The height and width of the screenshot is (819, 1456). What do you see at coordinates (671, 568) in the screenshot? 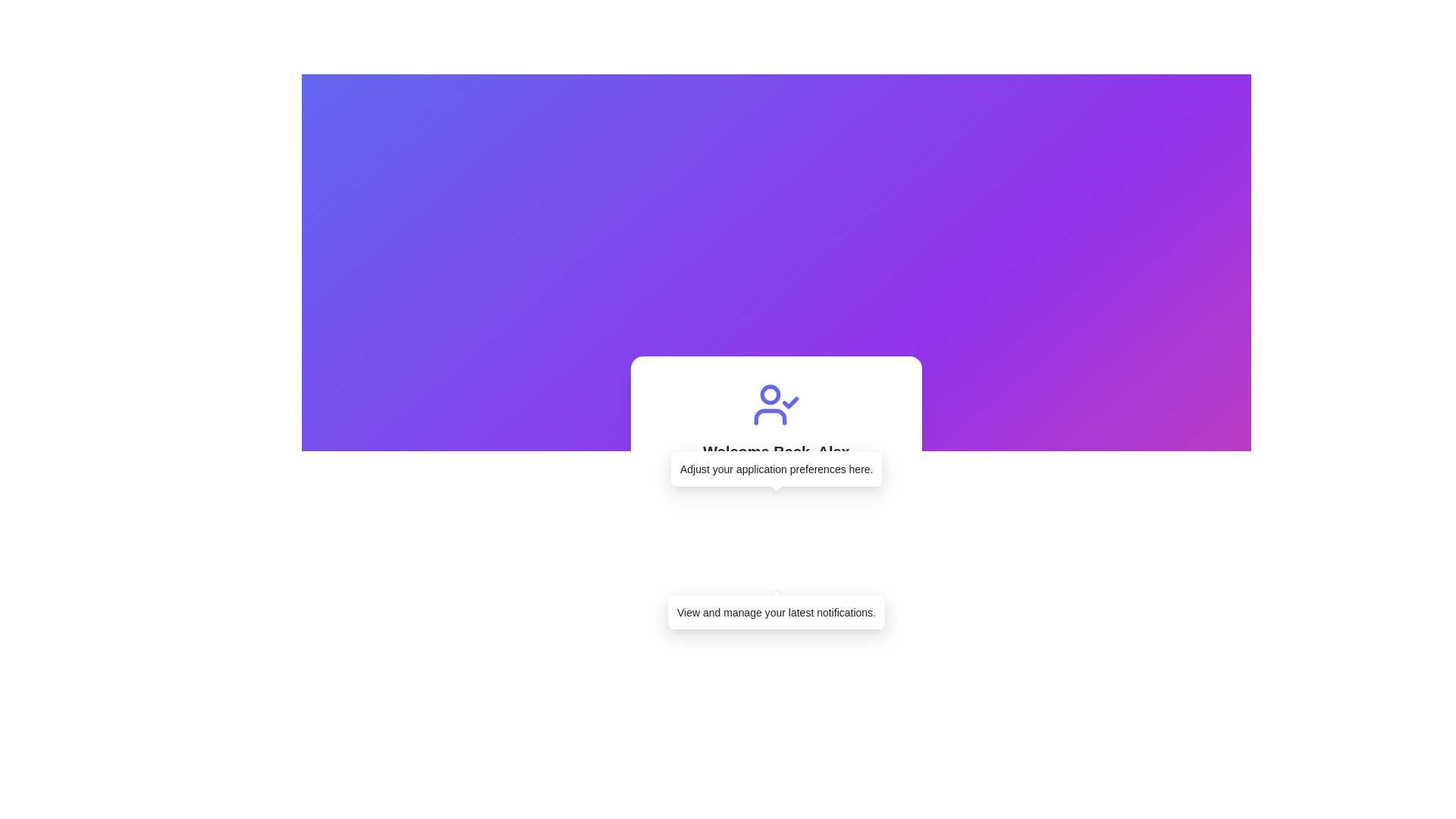
I see `the notifications text adjacent to the bell icon, which represents the notification feature` at bounding box center [671, 568].